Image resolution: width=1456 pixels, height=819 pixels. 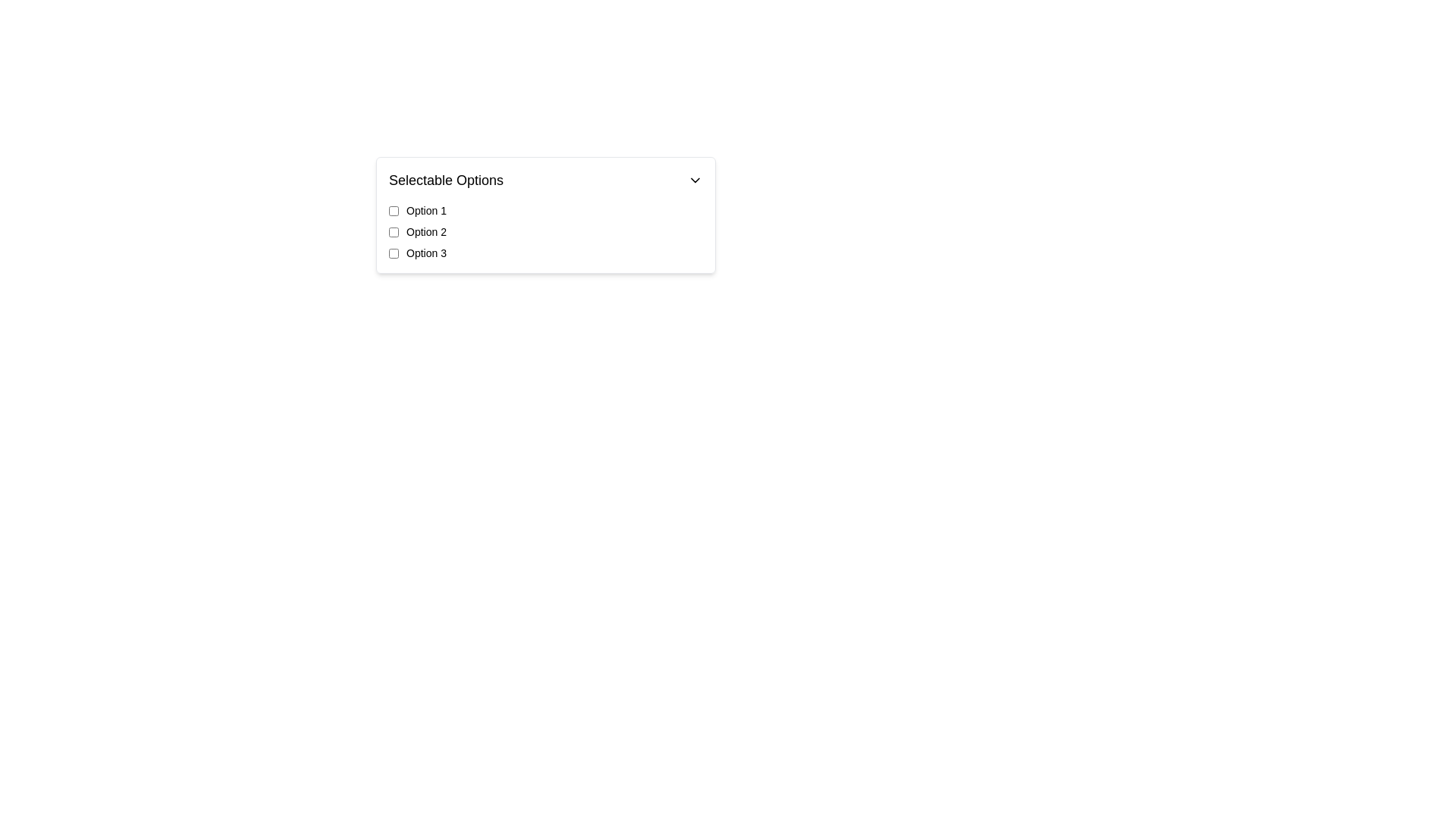 I want to click on the checkbox labeled 'Option 2' located in the middle of the vertical list under the header 'Selectable Options', so click(x=394, y=231).